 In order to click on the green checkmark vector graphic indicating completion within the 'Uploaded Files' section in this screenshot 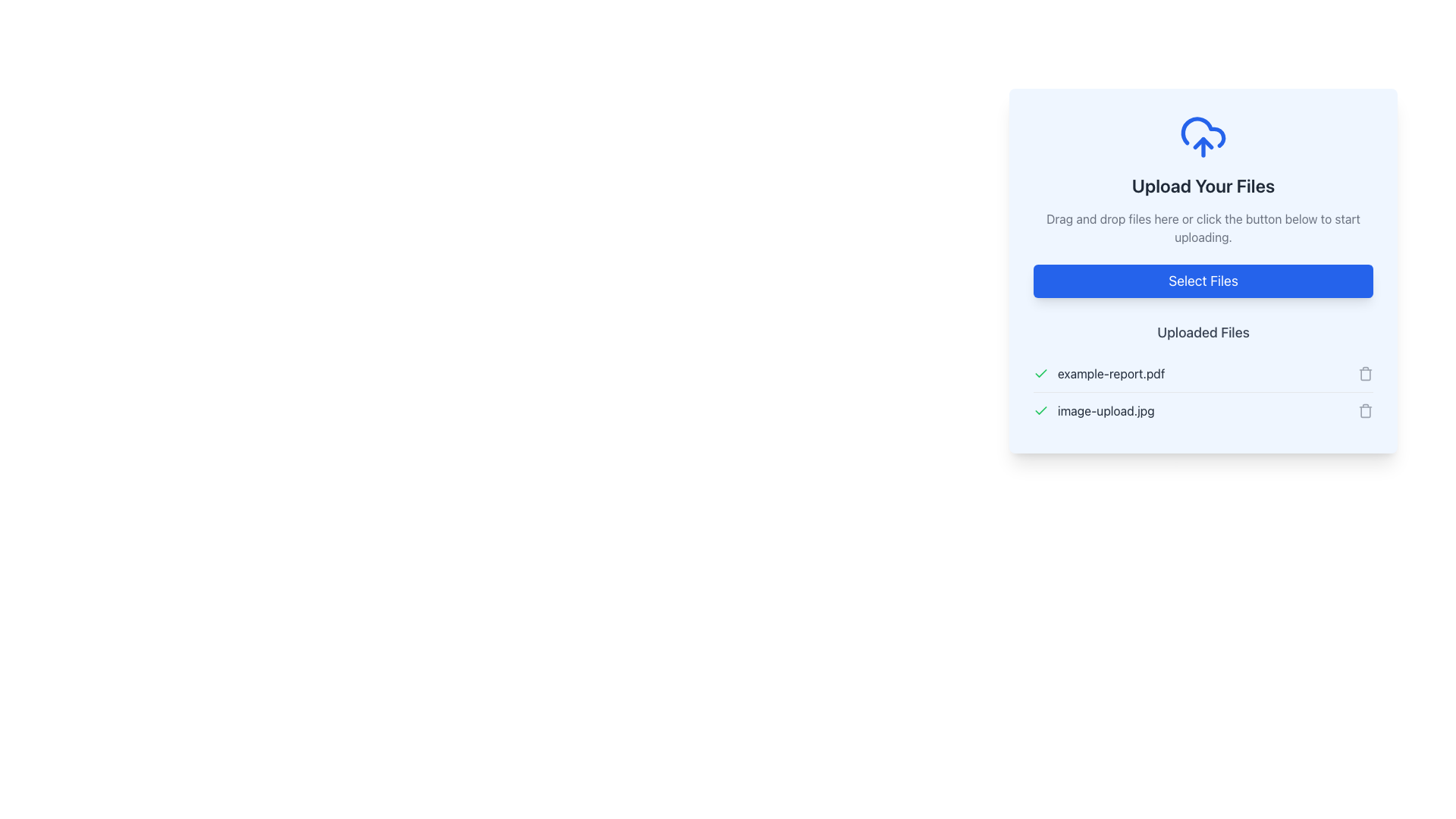, I will do `click(1040, 409)`.